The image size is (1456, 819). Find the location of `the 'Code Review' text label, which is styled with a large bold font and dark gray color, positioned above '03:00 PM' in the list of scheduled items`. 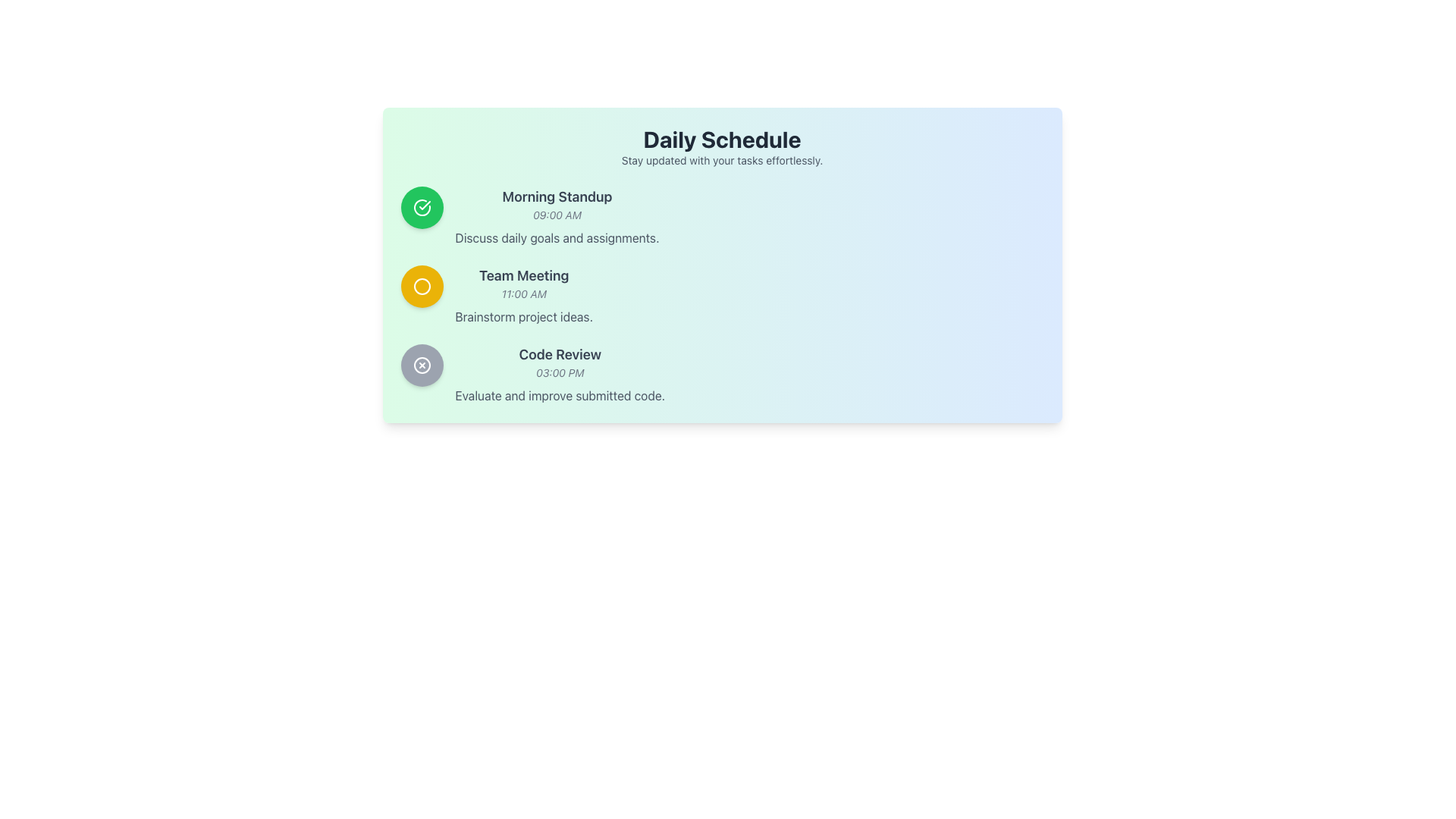

the 'Code Review' text label, which is styled with a large bold font and dark gray color, positioned above '03:00 PM' in the list of scheduled items is located at coordinates (559, 354).